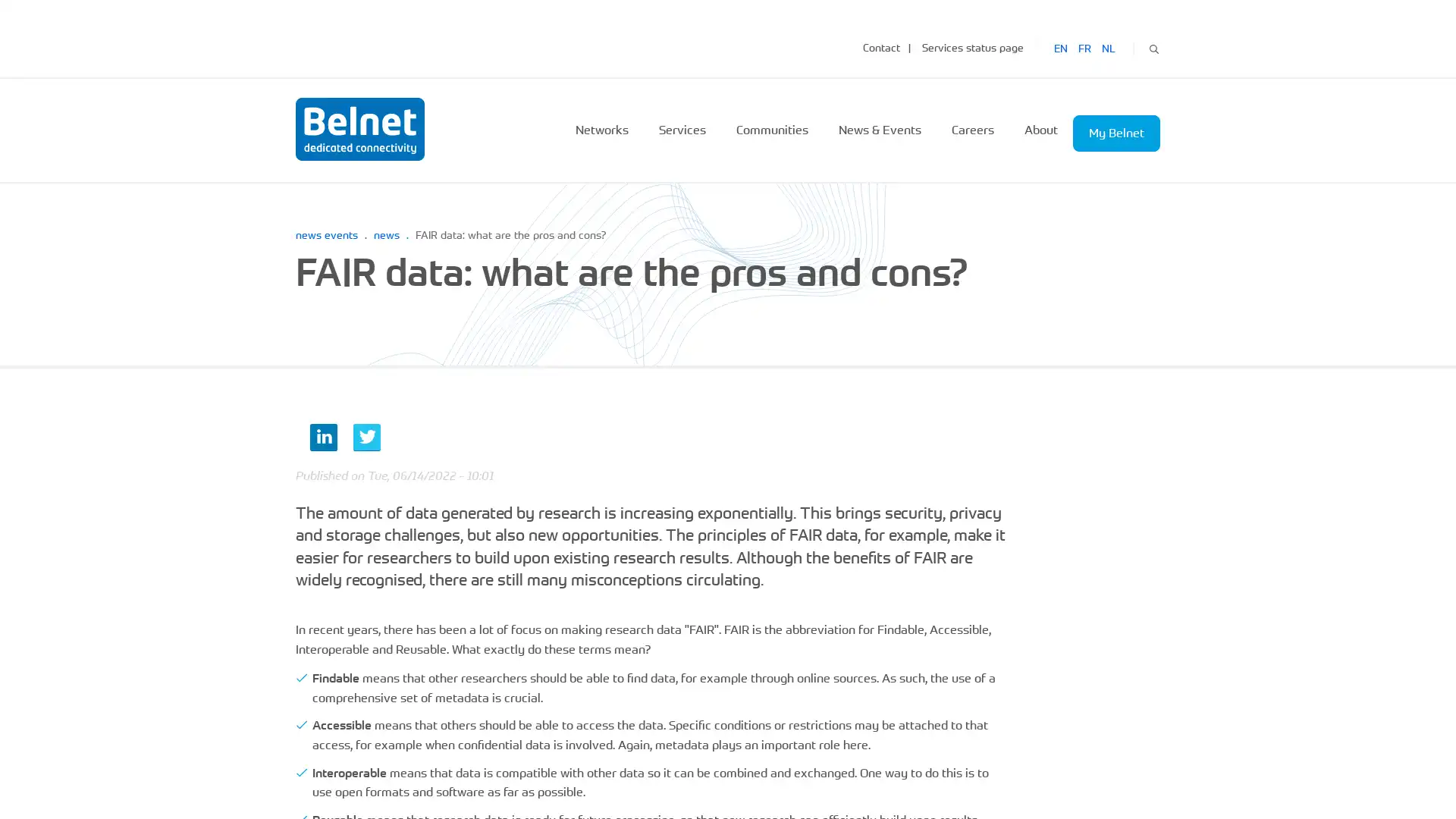  What do you see at coordinates (1153, 46) in the screenshot?
I see `Search` at bounding box center [1153, 46].